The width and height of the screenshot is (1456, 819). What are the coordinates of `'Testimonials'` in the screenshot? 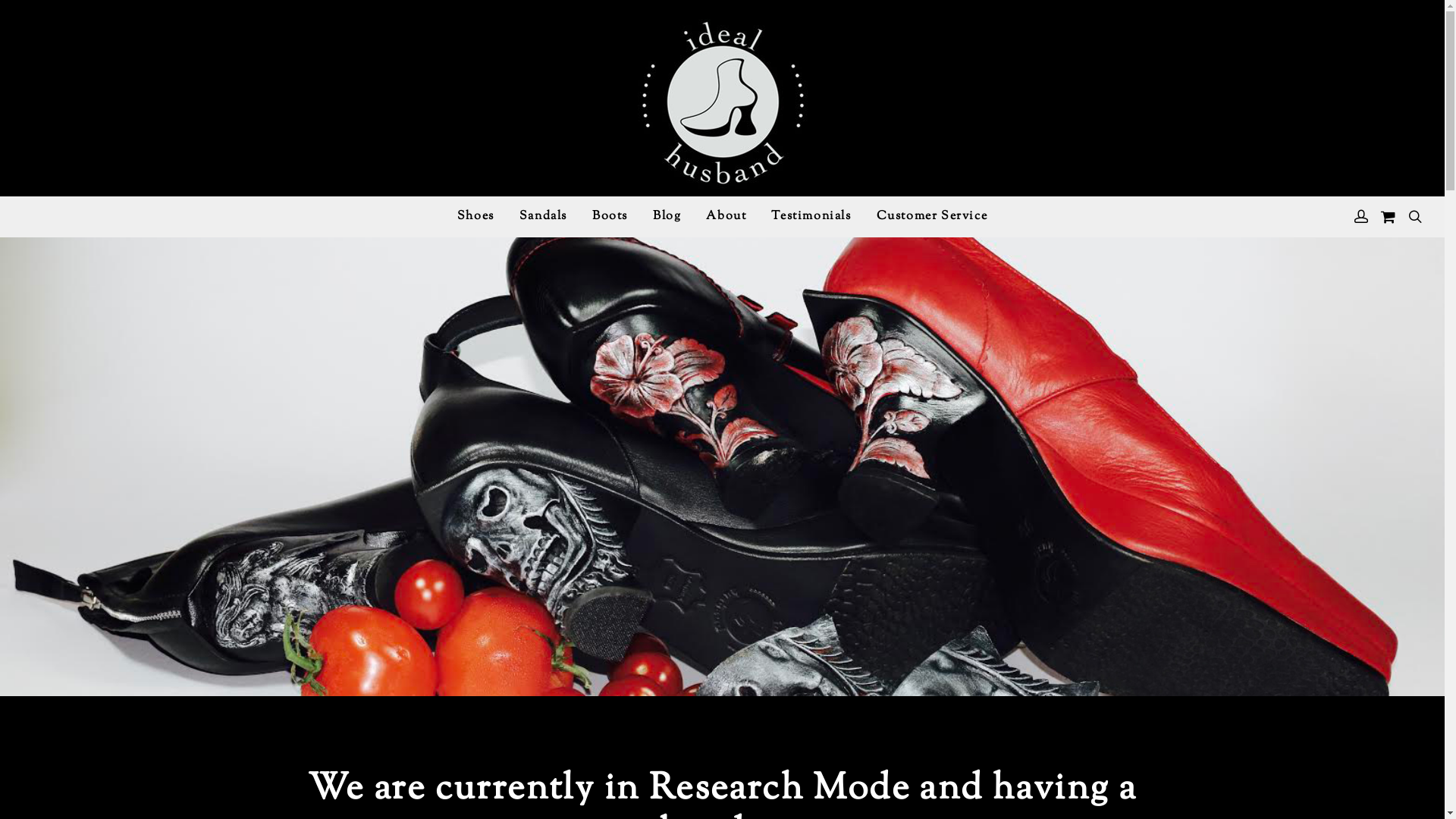 It's located at (810, 216).